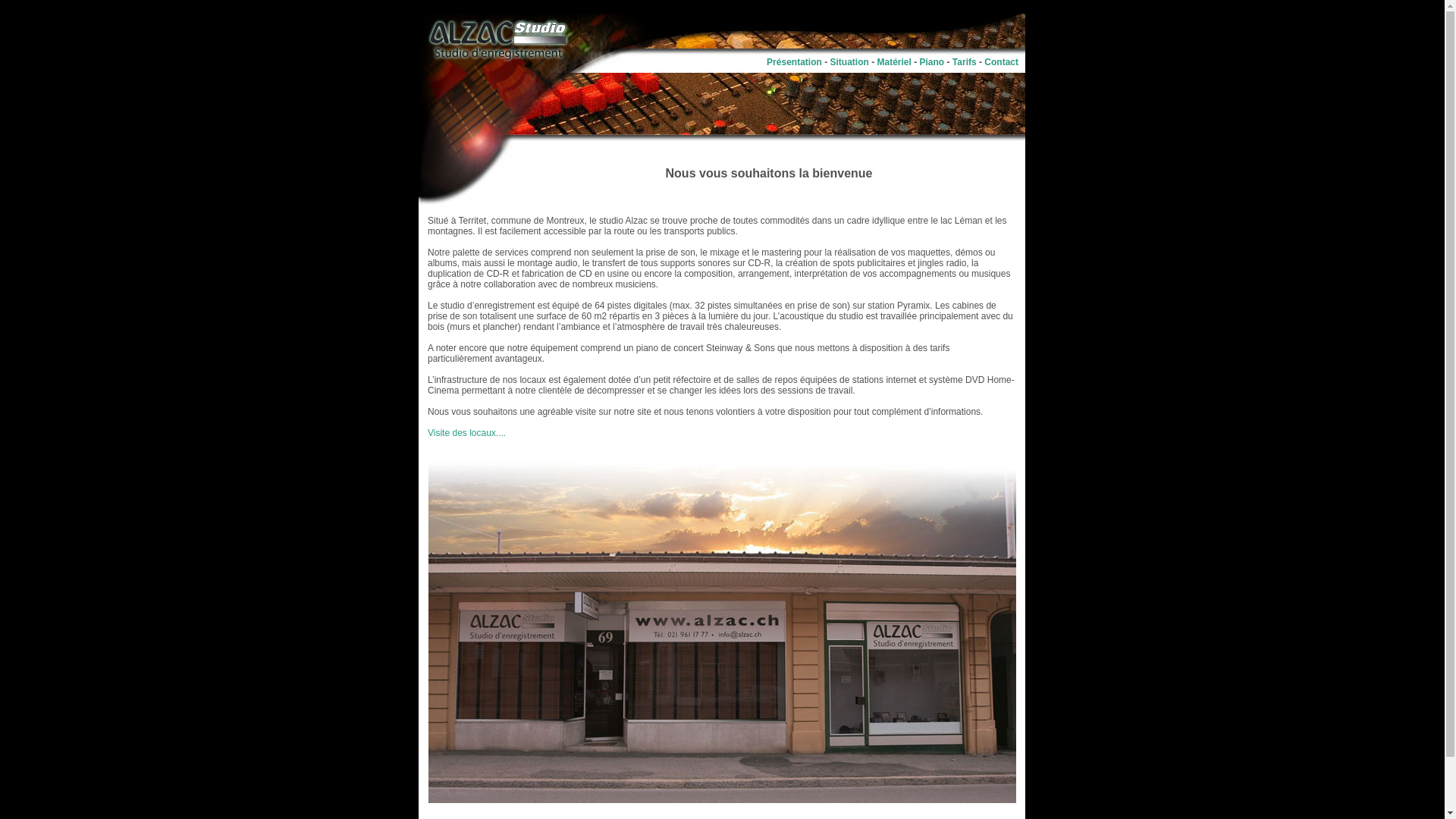  Describe the element at coordinates (931, 61) in the screenshot. I see `'Piano'` at that location.